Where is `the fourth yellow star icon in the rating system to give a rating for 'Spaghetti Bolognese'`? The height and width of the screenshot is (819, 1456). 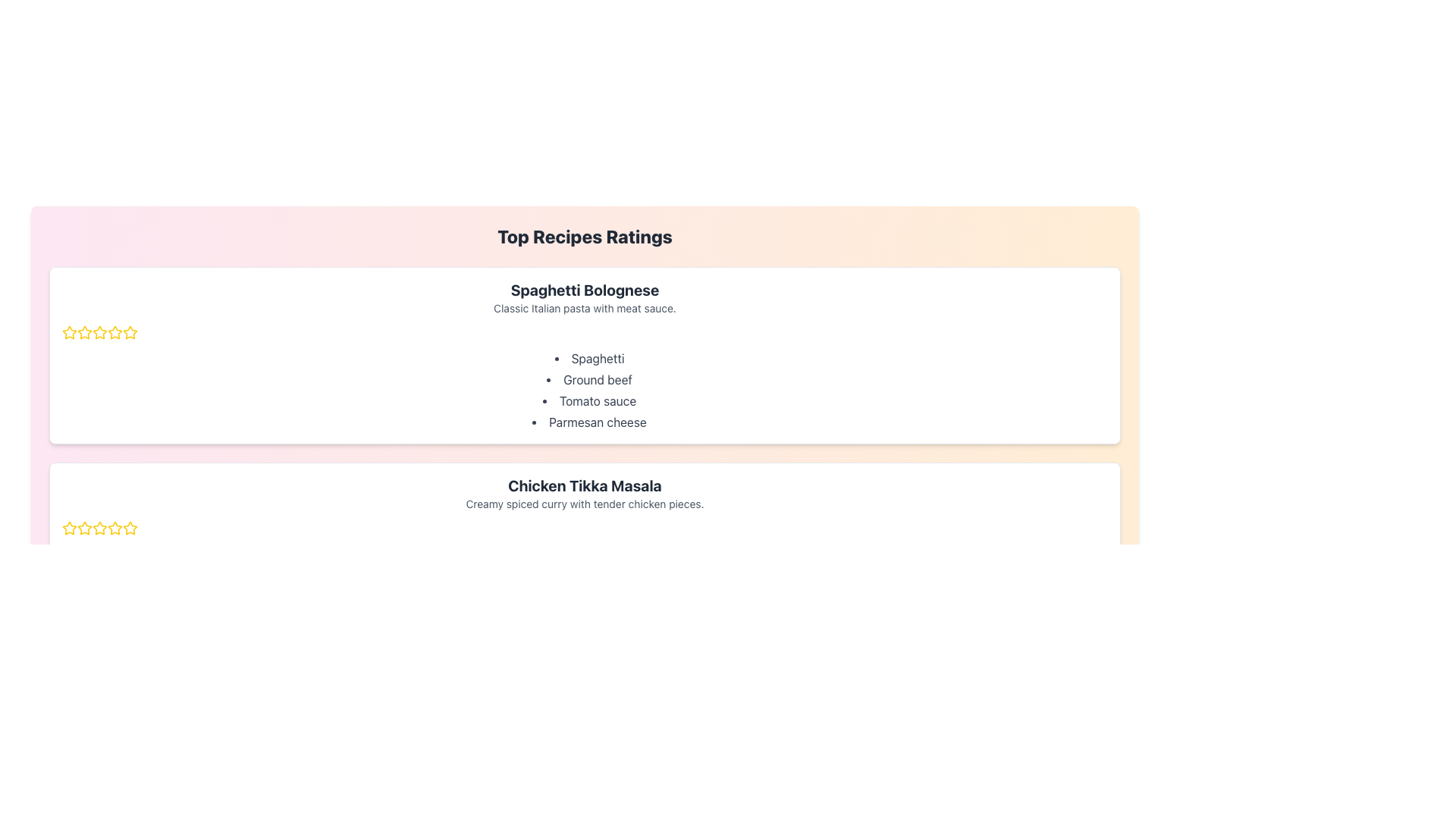
the fourth yellow star icon in the rating system to give a rating for 'Spaghetti Bolognese' is located at coordinates (99, 332).